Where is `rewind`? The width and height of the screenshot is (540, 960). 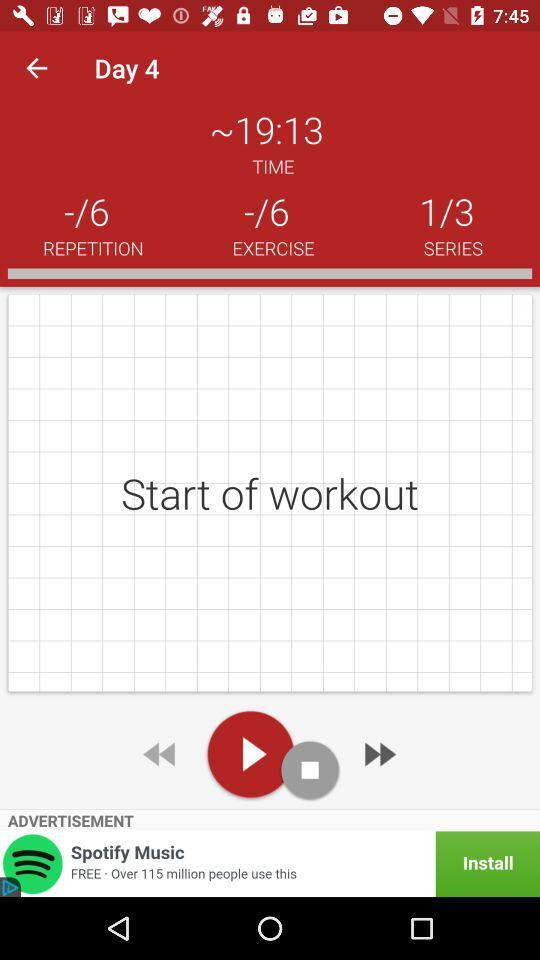 rewind is located at coordinates (160, 753).